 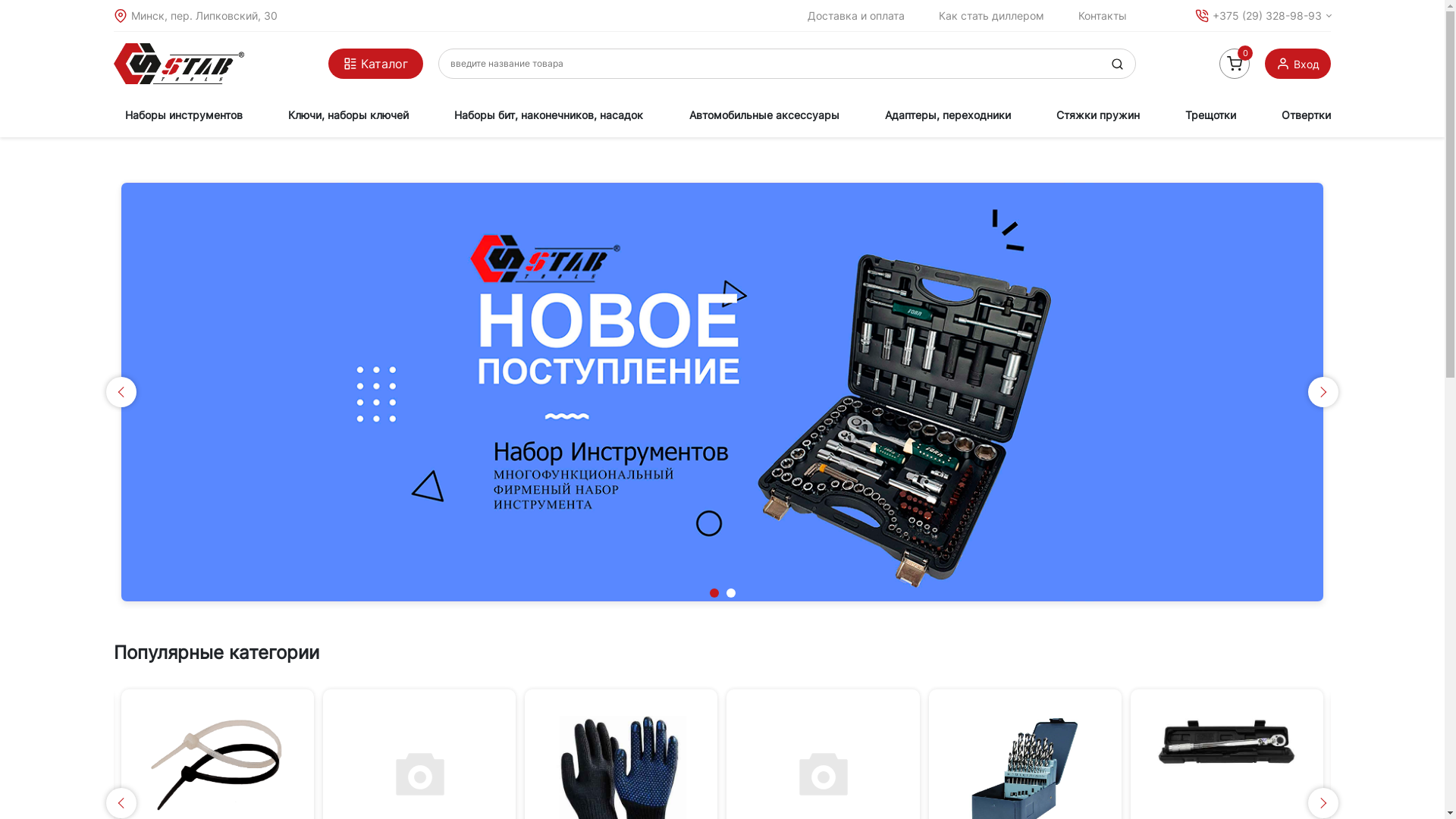 I want to click on '0', so click(x=1219, y=63).